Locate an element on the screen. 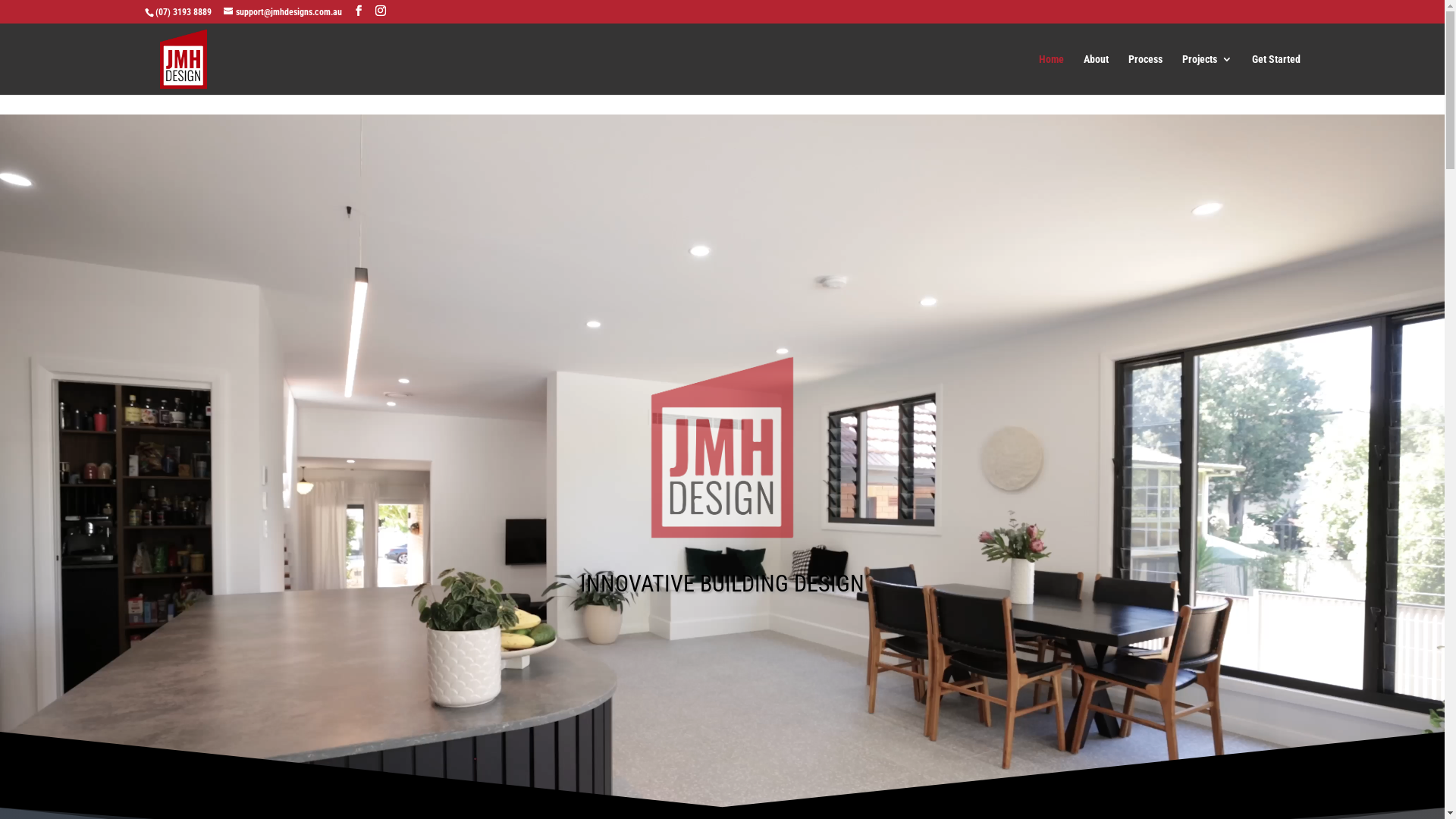  'About' is located at coordinates (1095, 74).